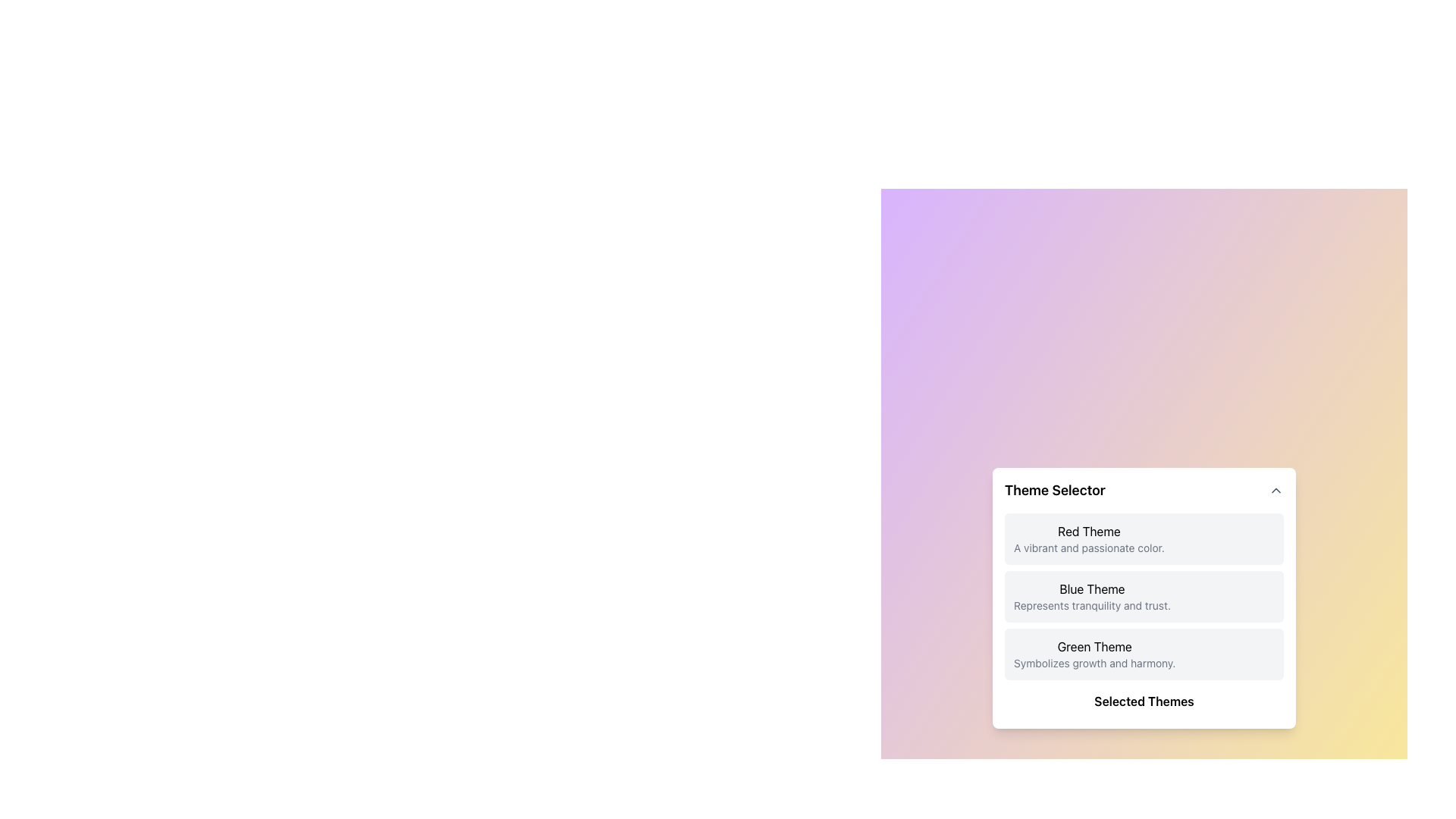  Describe the element at coordinates (1144, 598) in the screenshot. I see `the 'Blue Theme' card in the theme selector menu` at that location.